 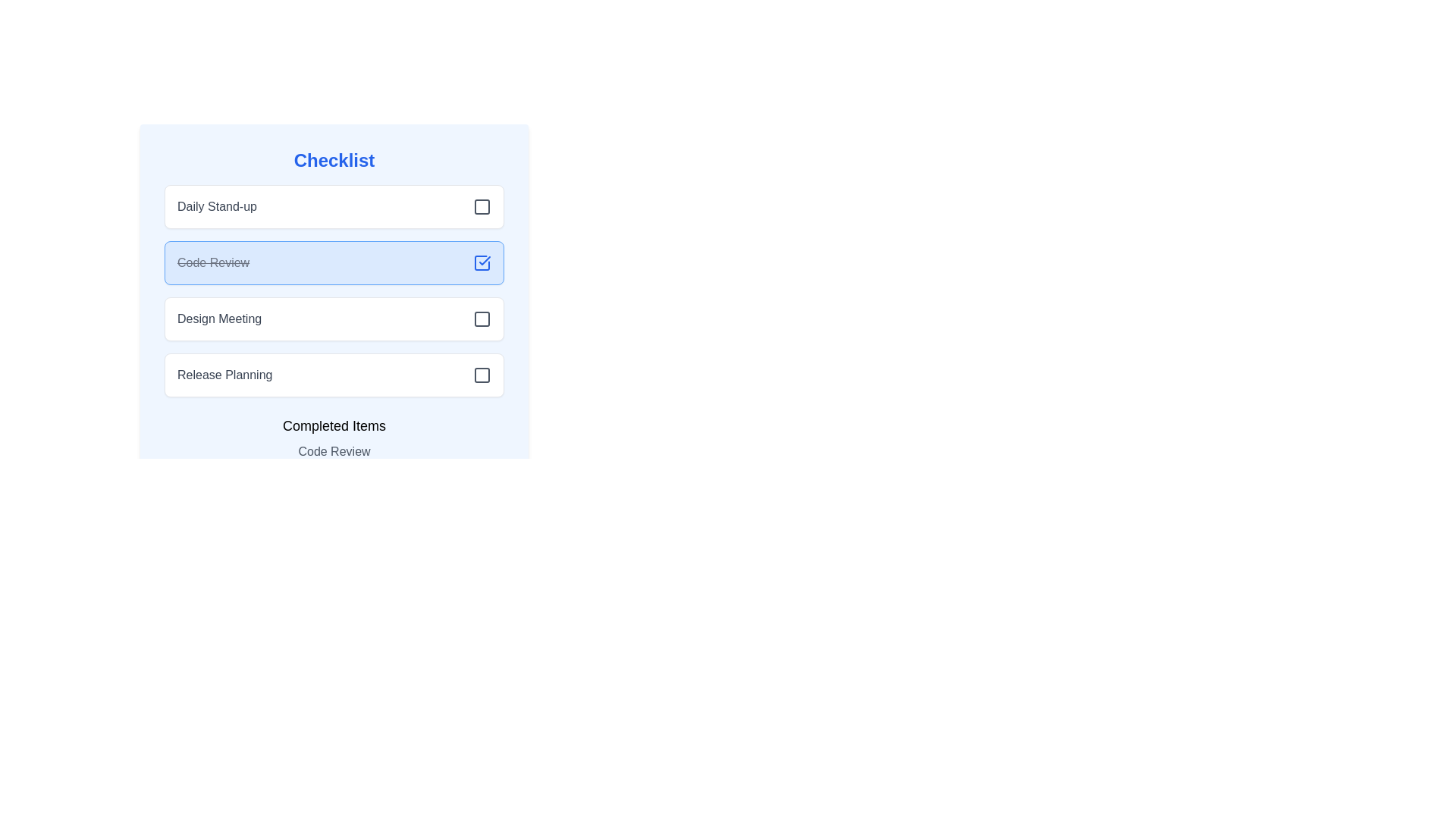 What do you see at coordinates (481, 207) in the screenshot?
I see `the first Checkbox in the Checklist section, which is a square-shaped icon with softened corners and a gray outline, located` at bounding box center [481, 207].